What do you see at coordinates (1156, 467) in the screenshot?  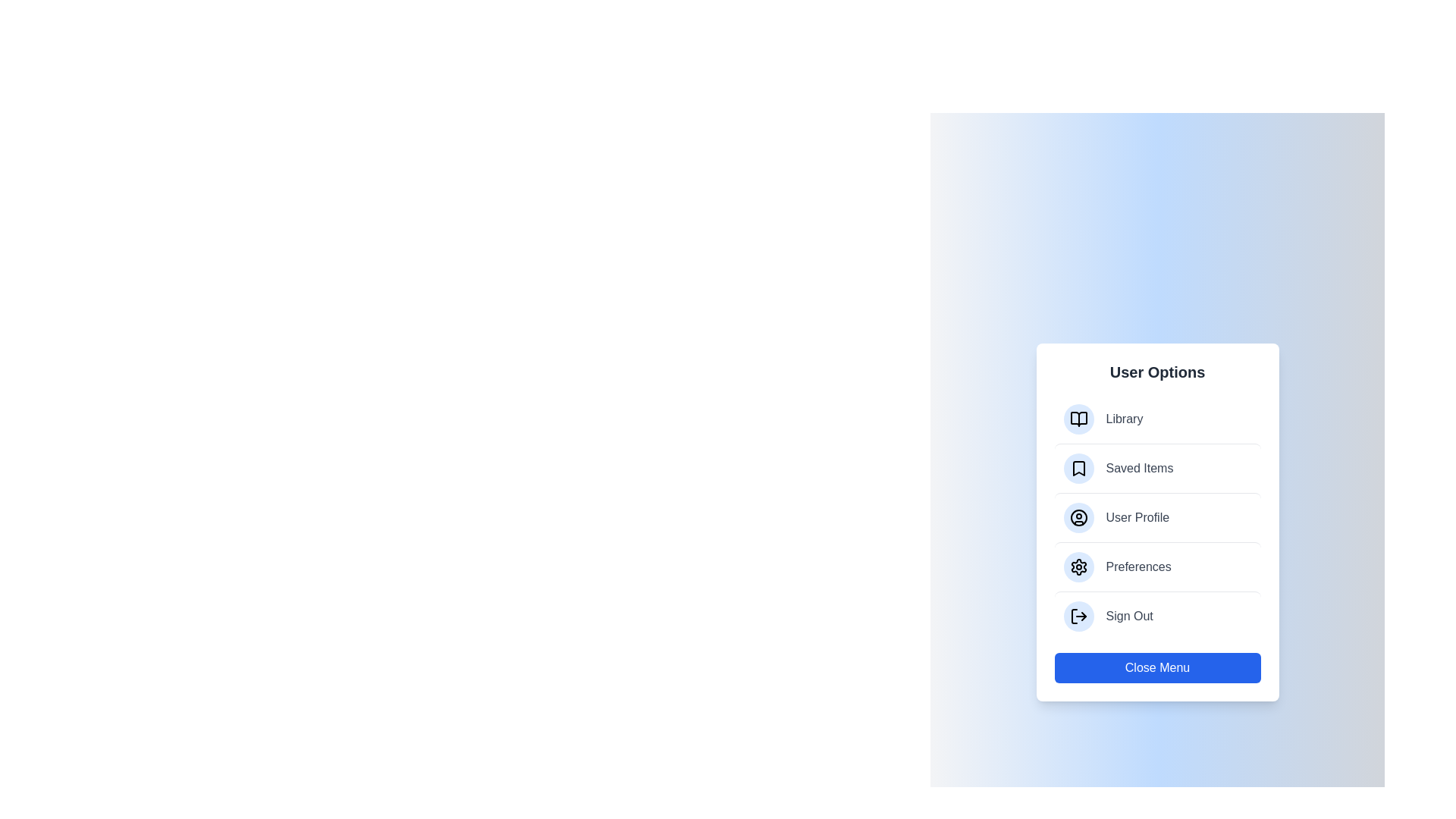 I see `the menu item Saved Items from the ModernUserMenu` at bounding box center [1156, 467].